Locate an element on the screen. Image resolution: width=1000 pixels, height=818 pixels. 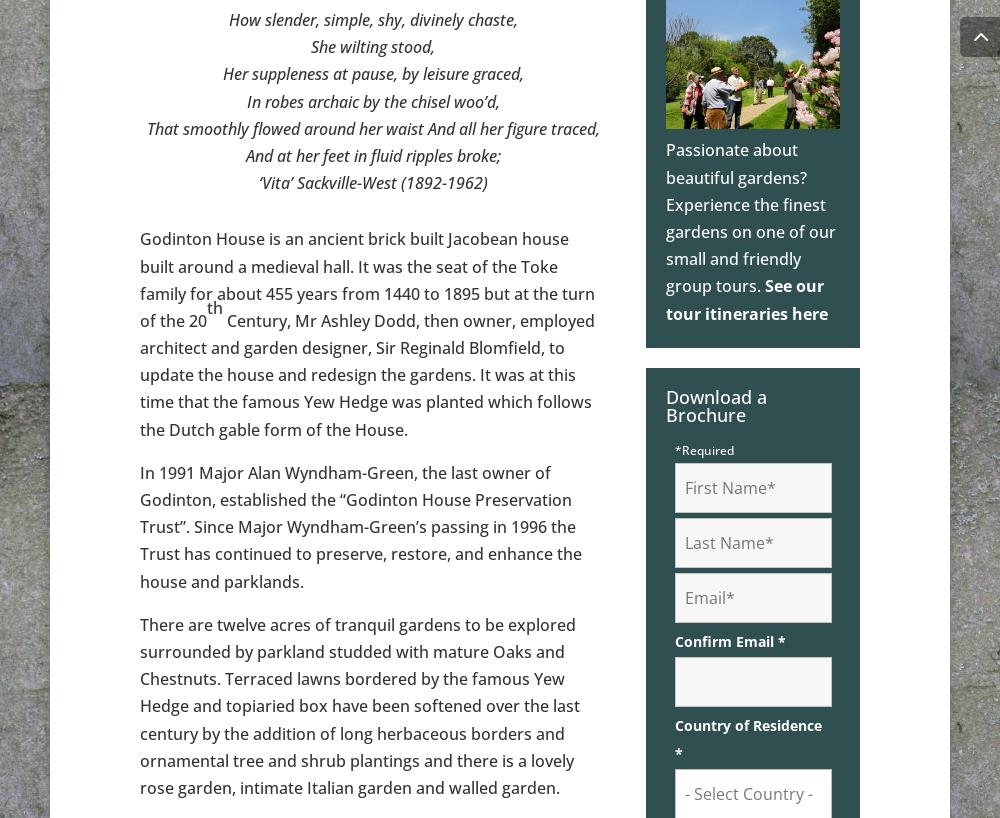
'She wilting stood,' is located at coordinates (372, 46).